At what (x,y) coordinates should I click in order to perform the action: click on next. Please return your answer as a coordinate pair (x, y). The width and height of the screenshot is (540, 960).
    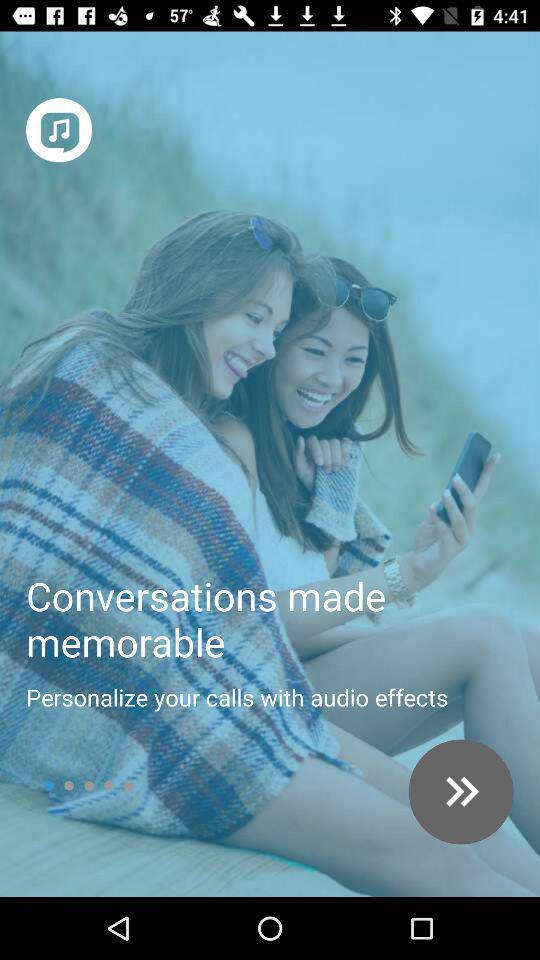
    Looking at the image, I should click on (461, 792).